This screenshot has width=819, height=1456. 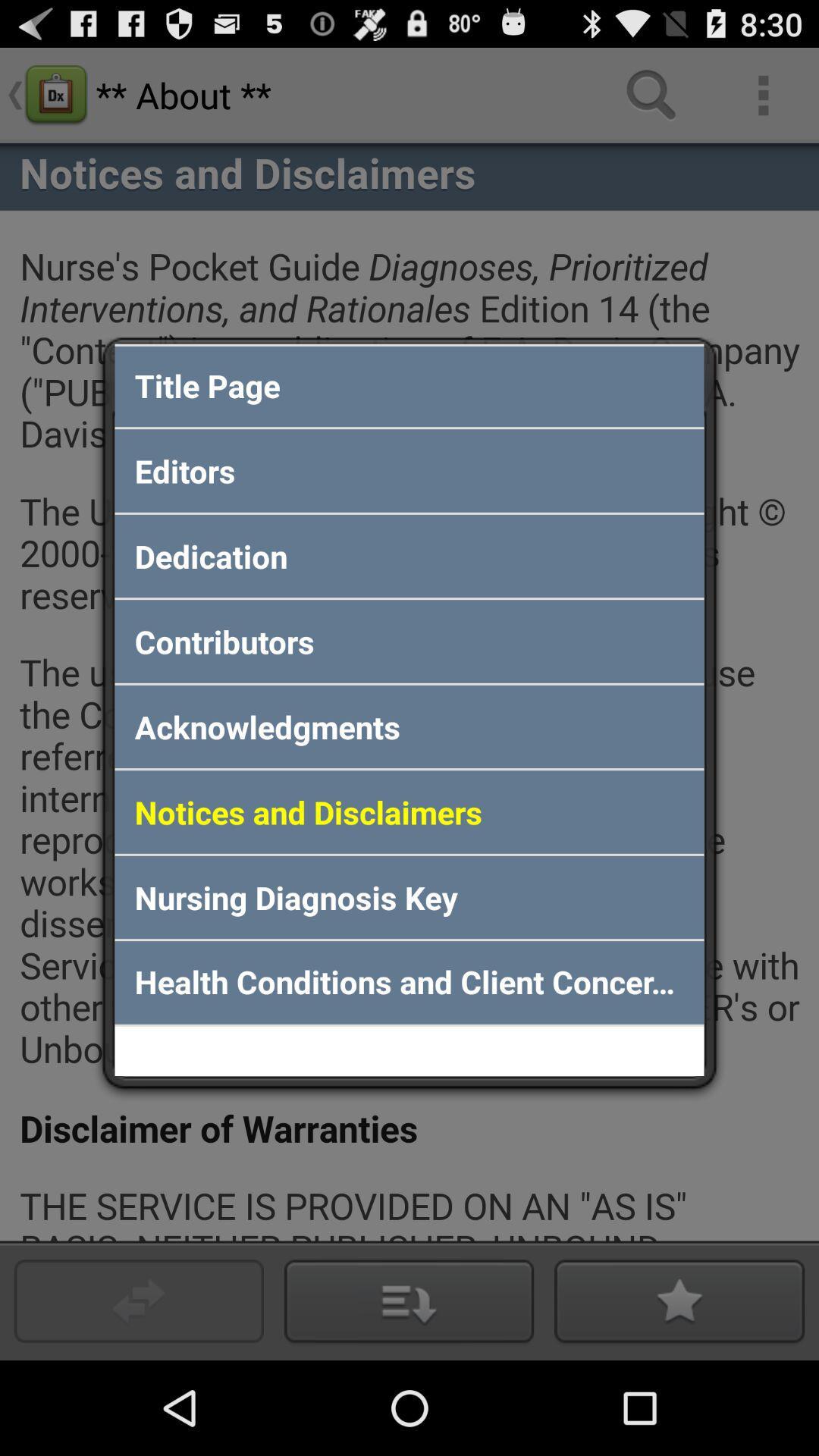 I want to click on the dedication app, so click(x=409, y=555).